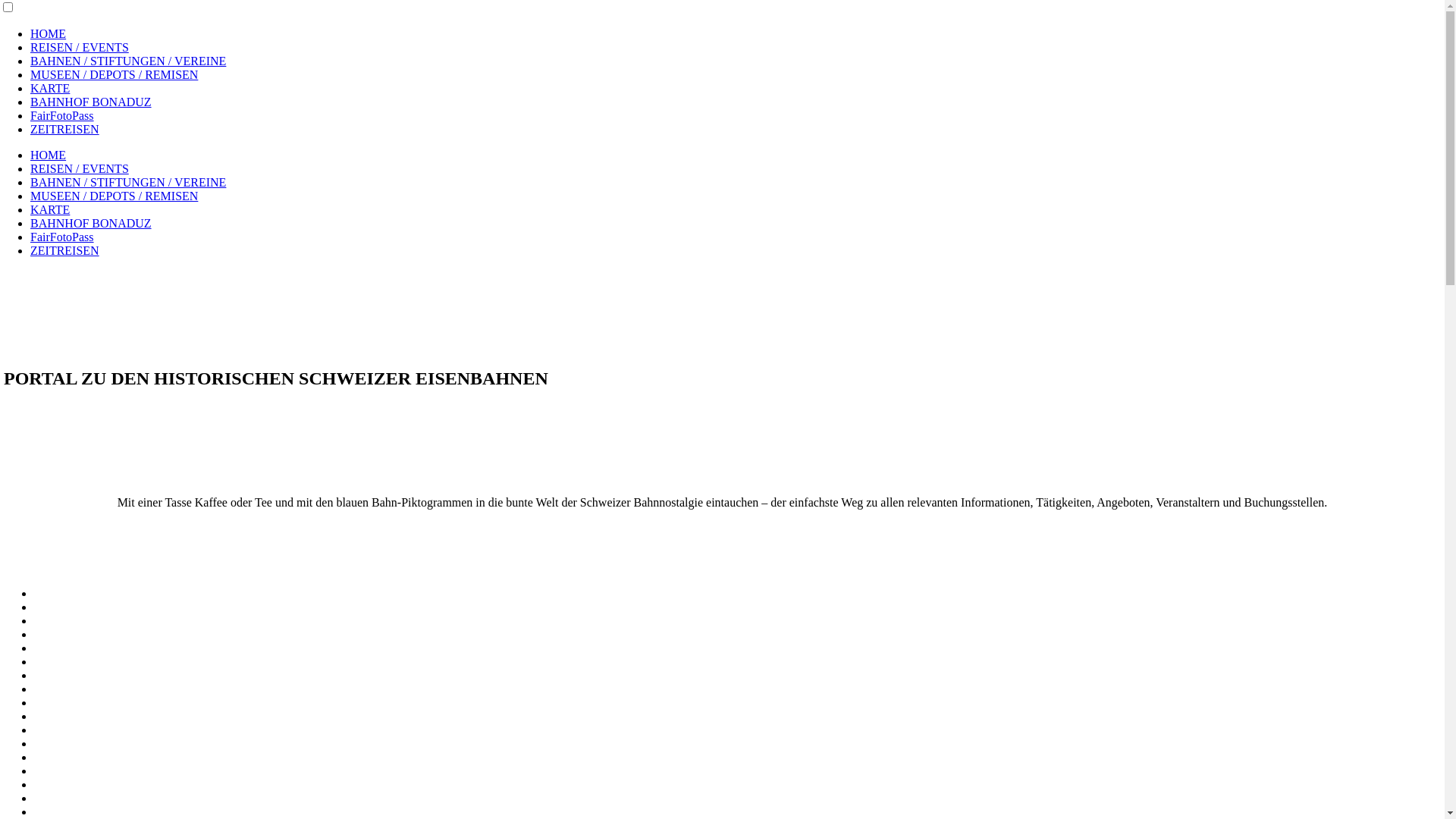 This screenshot has width=1456, height=819. What do you see at coordinates (79, 168) in the screenshot?
I see `'REISEN / EVENTS'` at bounding box center [79, 168].